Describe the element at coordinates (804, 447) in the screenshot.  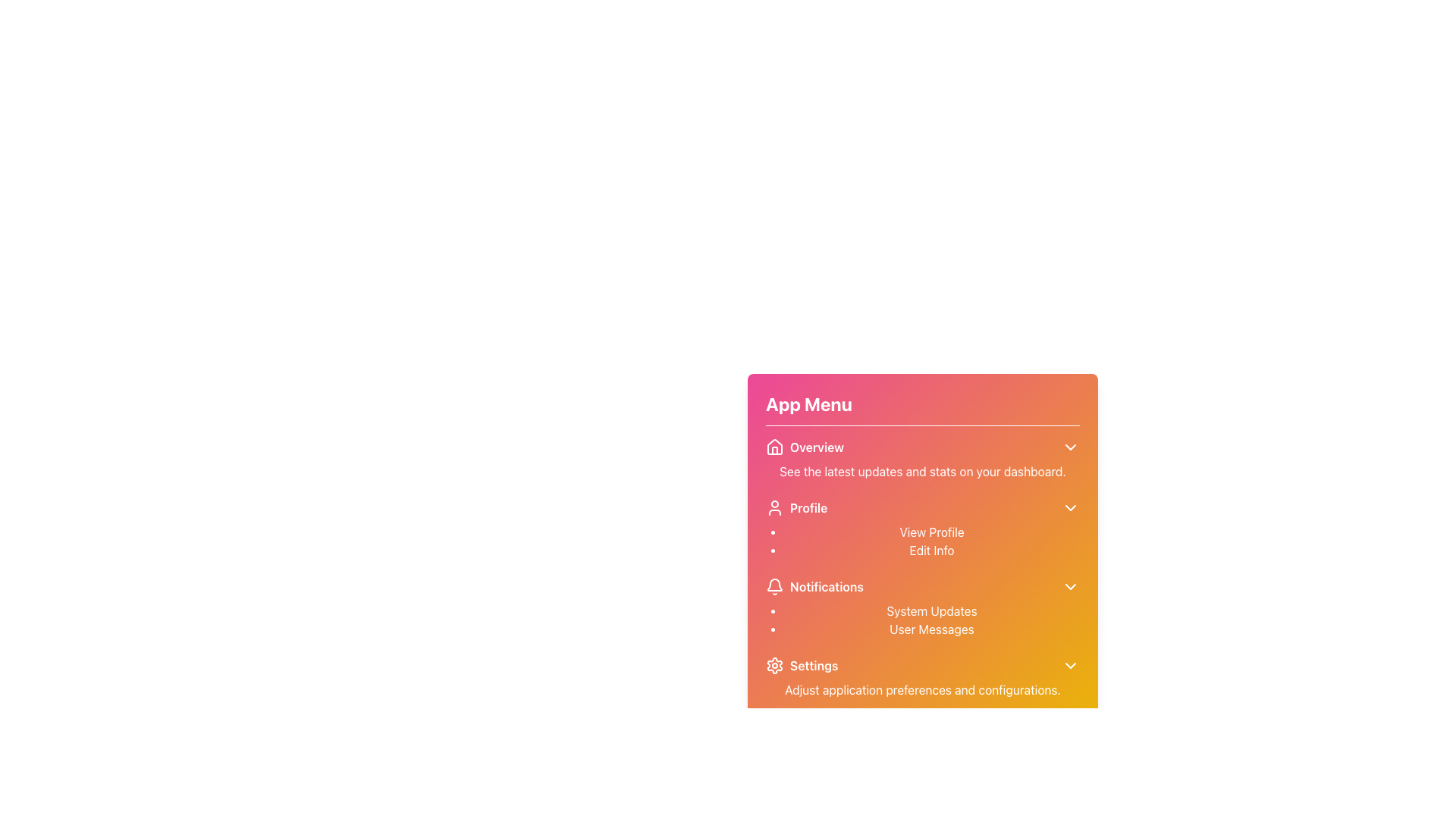
I see `the 'Overview' button in the sidebar menu for keyboard navigation` at that location.